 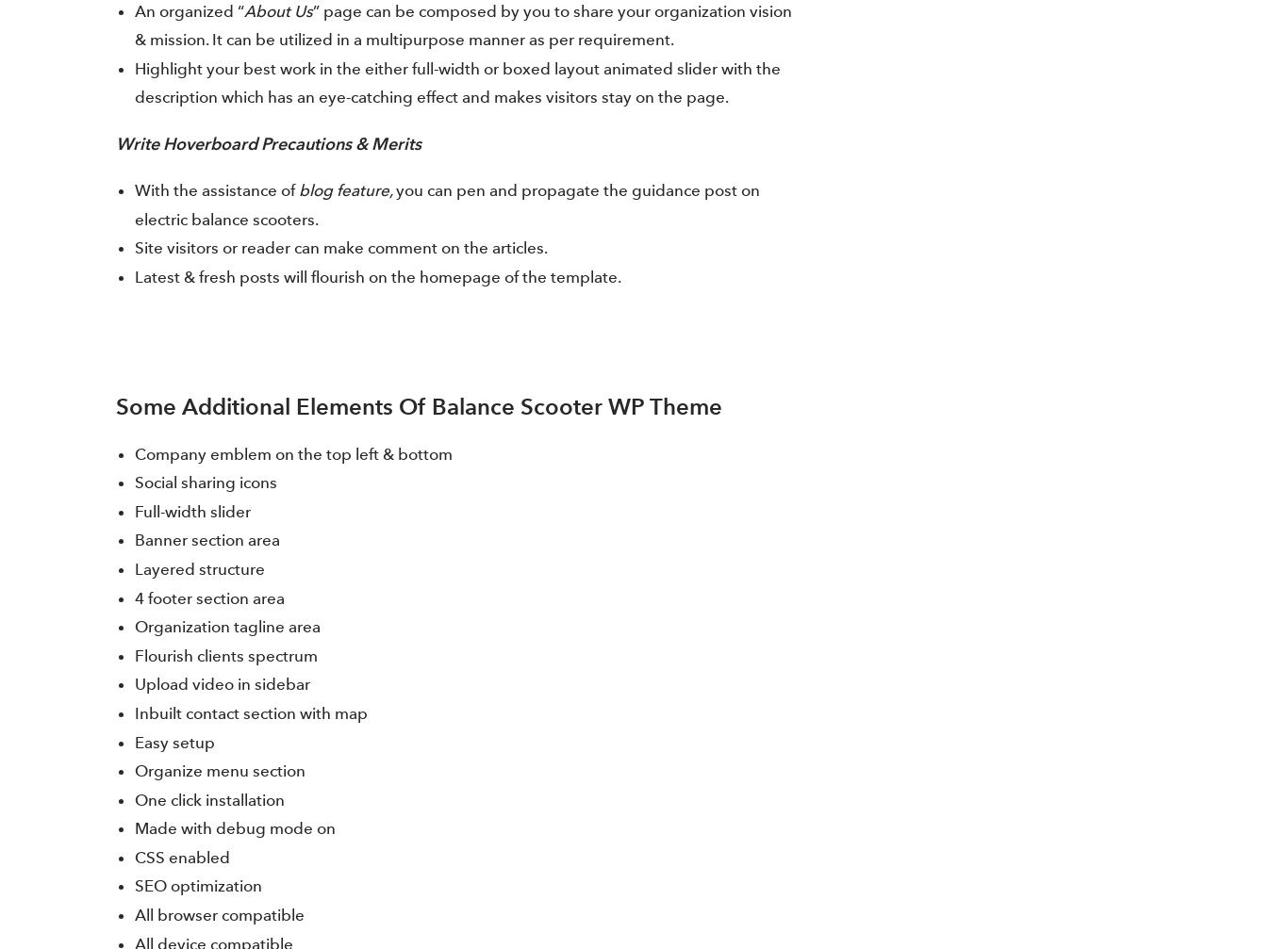 What do you see at coordinates (452, 405) in the screenshot?
I see `'Additional Elements Of Balance Scooter WP Theme'` at bounding box center [452, 405].